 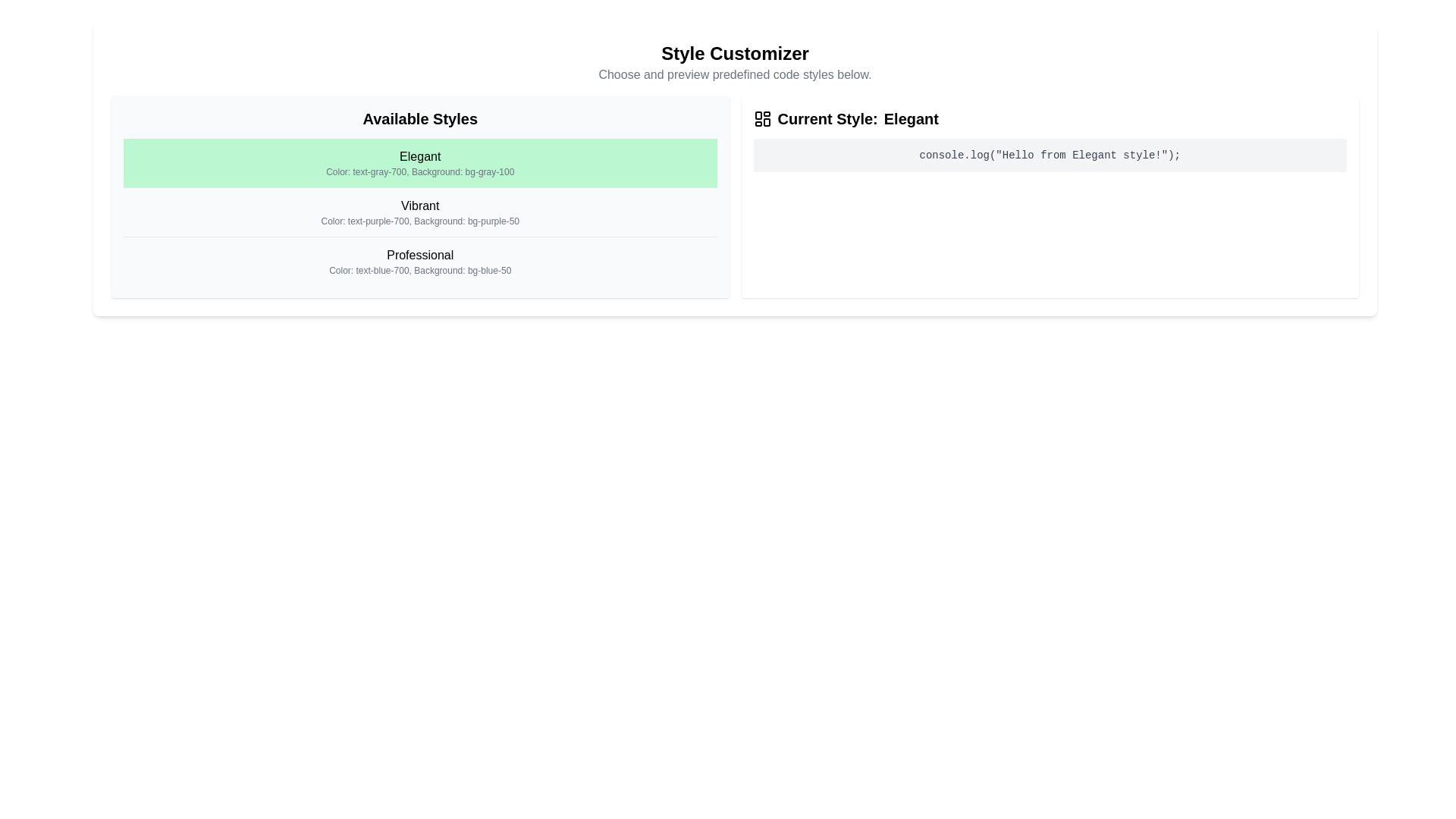 What do you see at coordinates (420, 260) in the screenshot?
I see `the 'Professional' style option, which is the last item in the vertical list of available styles` at bounding box center [420, 260].